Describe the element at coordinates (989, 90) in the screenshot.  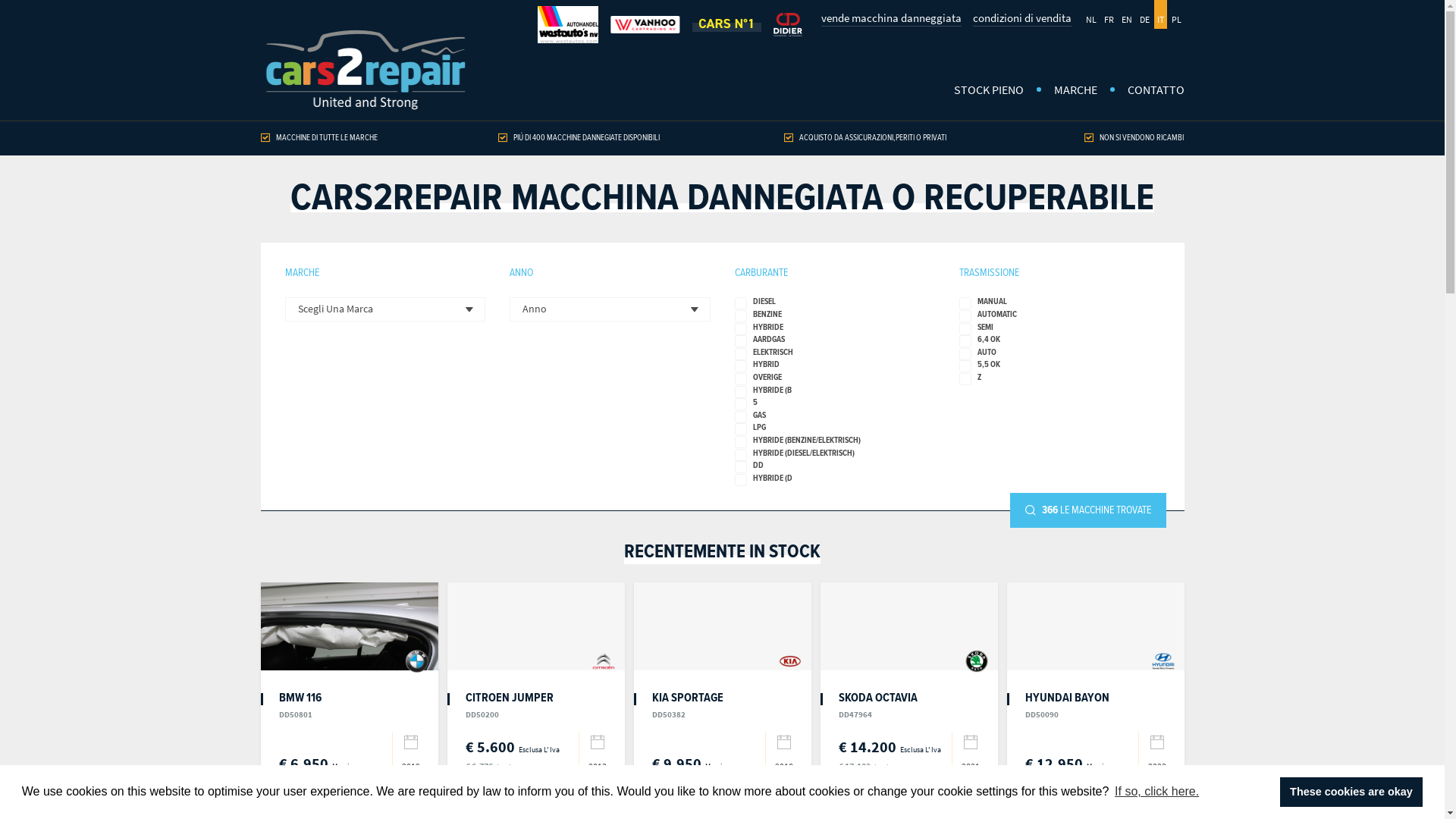
I see `'STOCK PIENO'` at that location.